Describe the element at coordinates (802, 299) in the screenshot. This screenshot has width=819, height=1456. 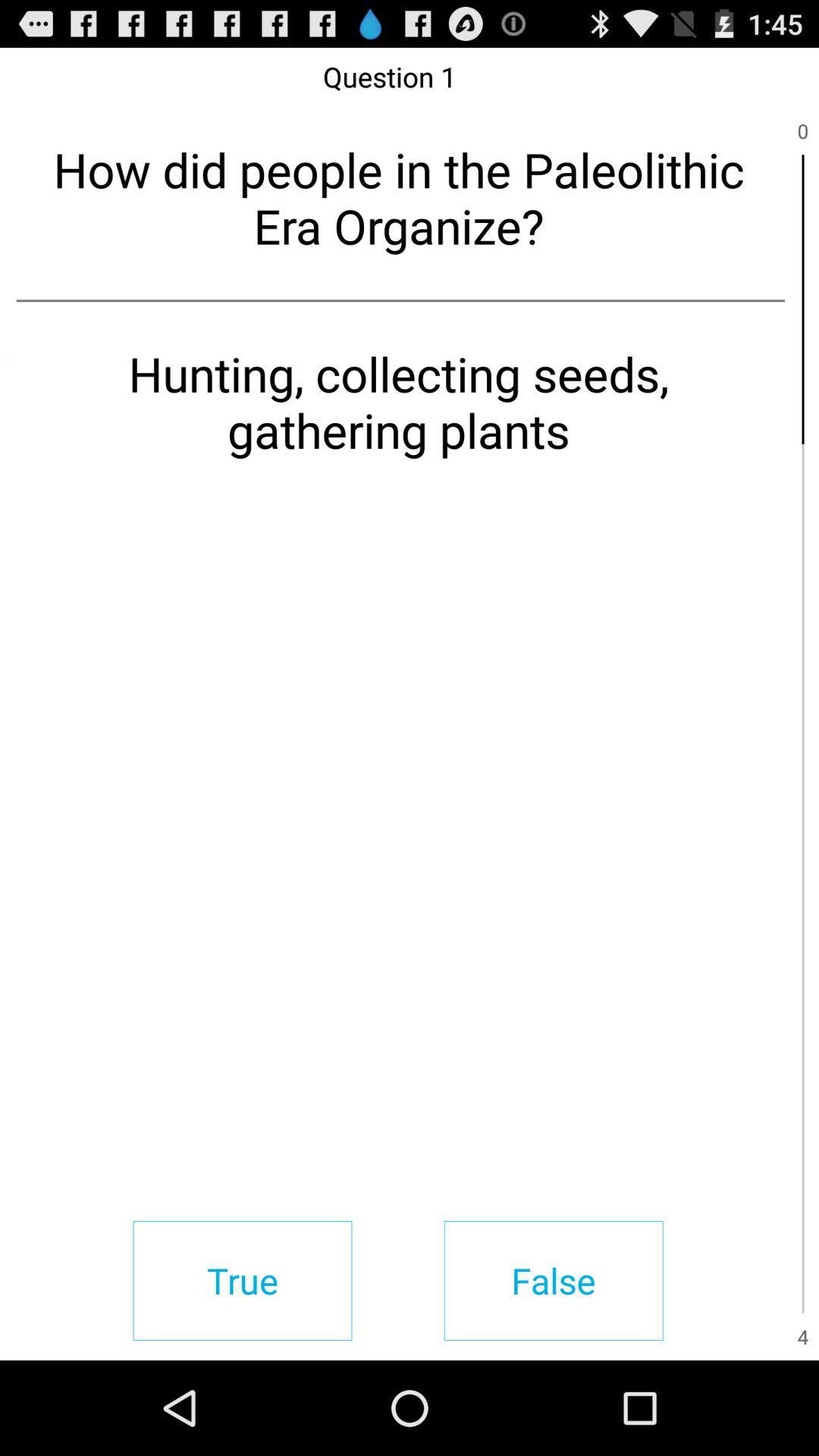
I see `the icon to the right of the how did people` at that location.